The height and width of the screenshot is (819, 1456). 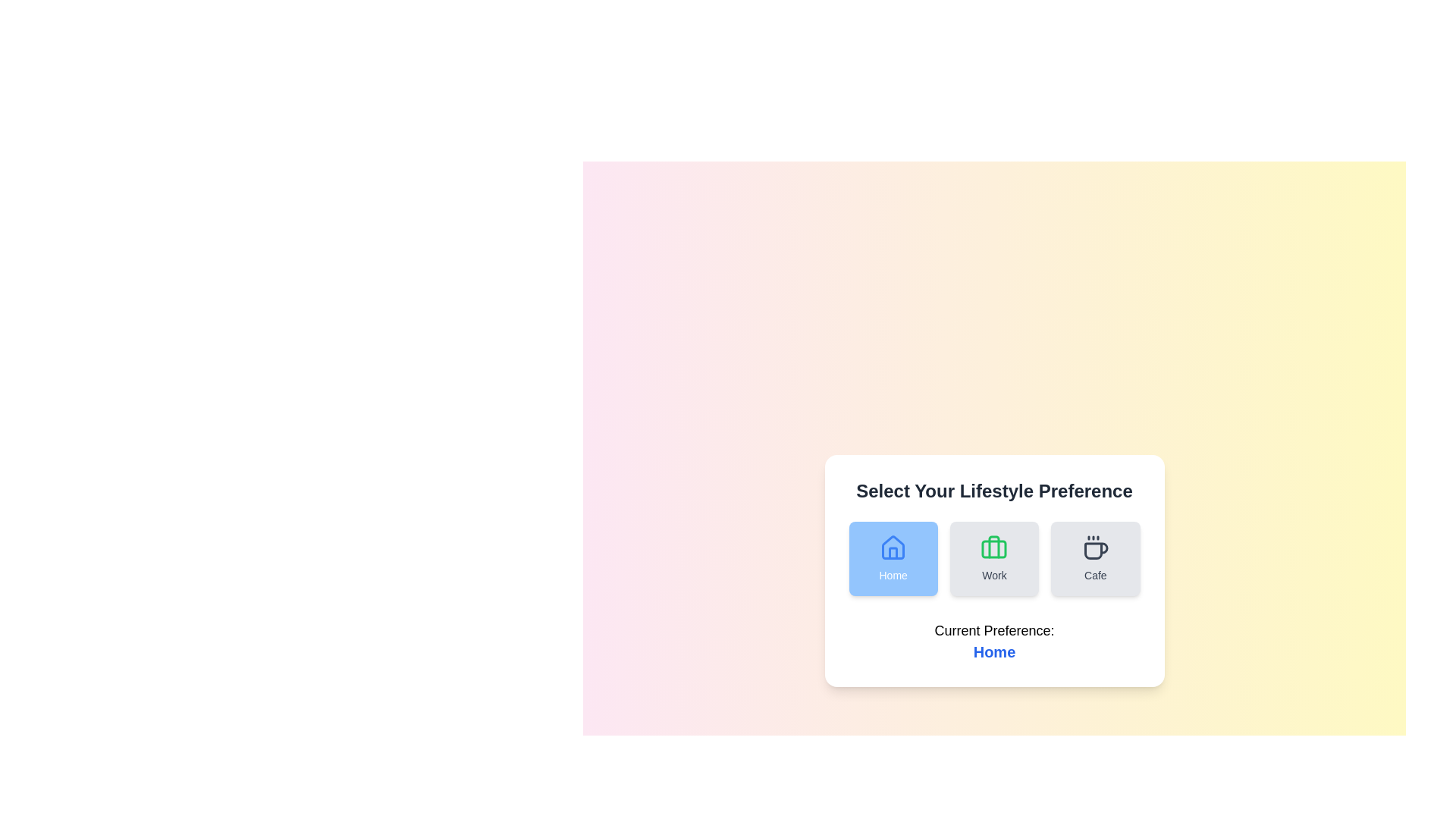 What do you see at coordinates (893, 553) in the screenshot?
I see `the door element within the house-shaped icon, which is styled in blue and is the central feature of the icon among the options labeled 'Home,' 'Work,' and 'Cafe.'` at bounding box center [893, 553].